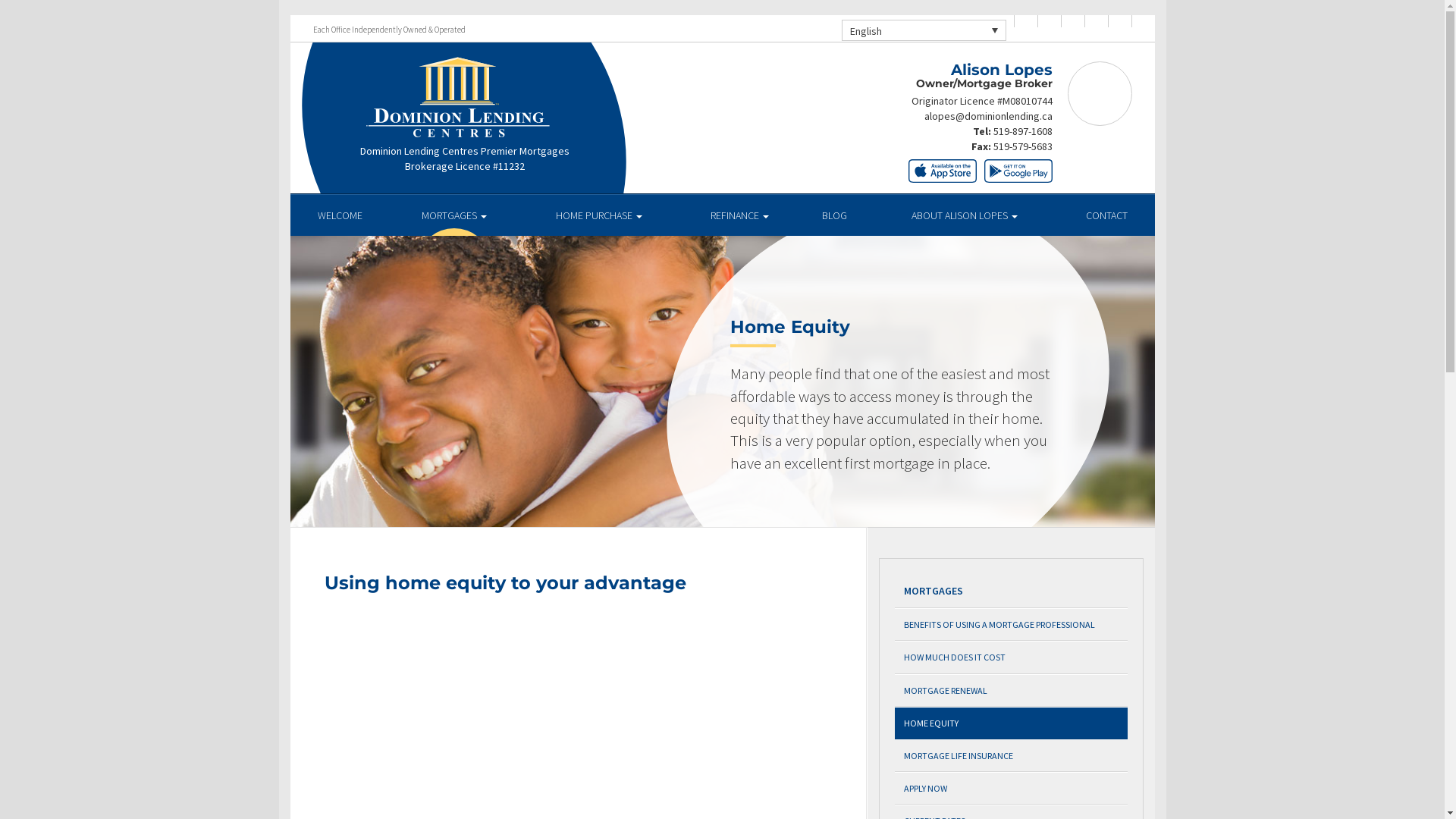 The height and width of the screenshot is (819, 1456). What do you see at coordinates (1022, 146) in the screenshot?
I see `'519-579-5683'` at bounding box center [1022, 146].